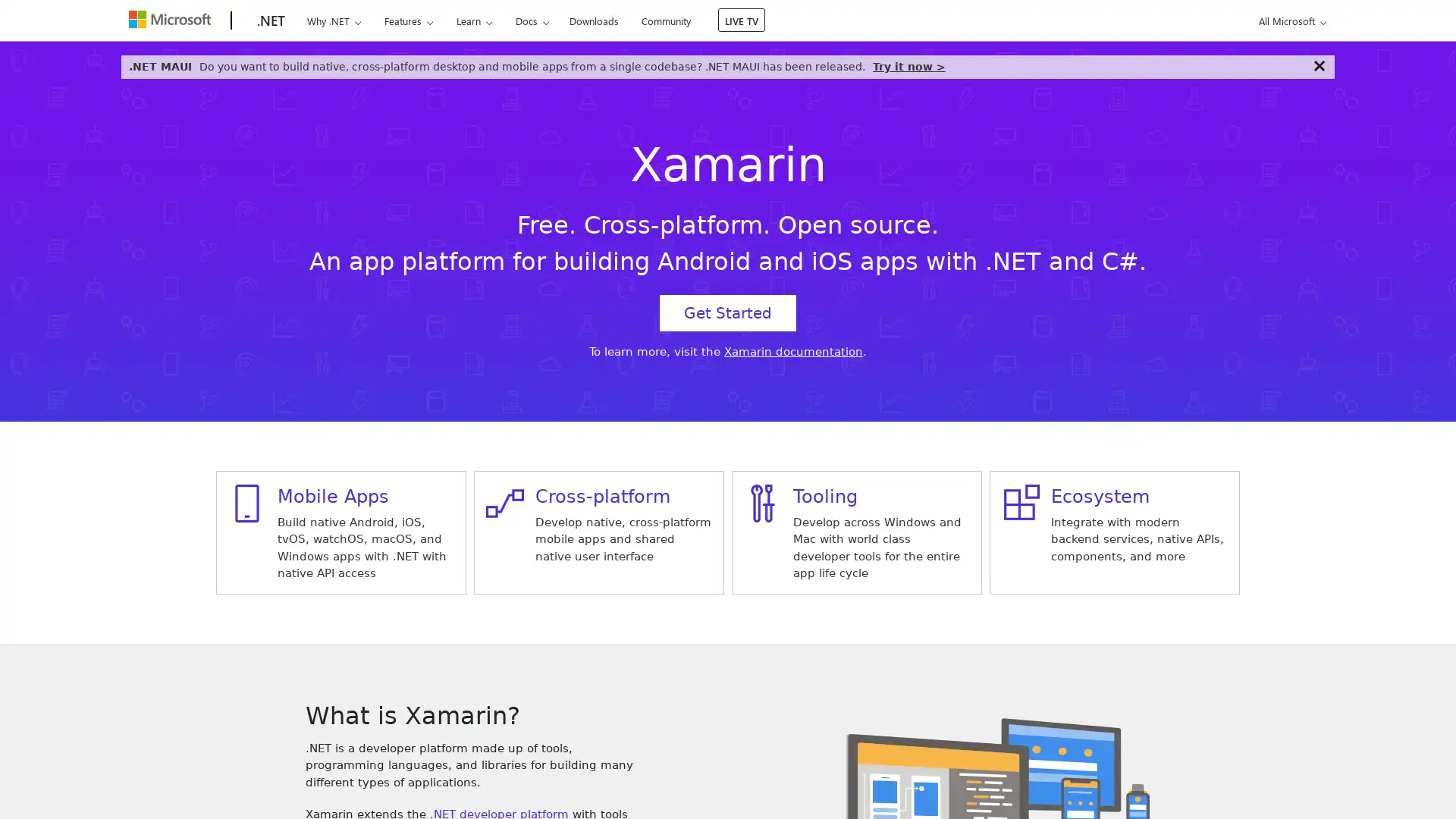 This screenshot has width=1456, height=819. What do you see at coordinates (472, 20) in the screenshot?
I see `Learn` at bounding box center [472, 20].